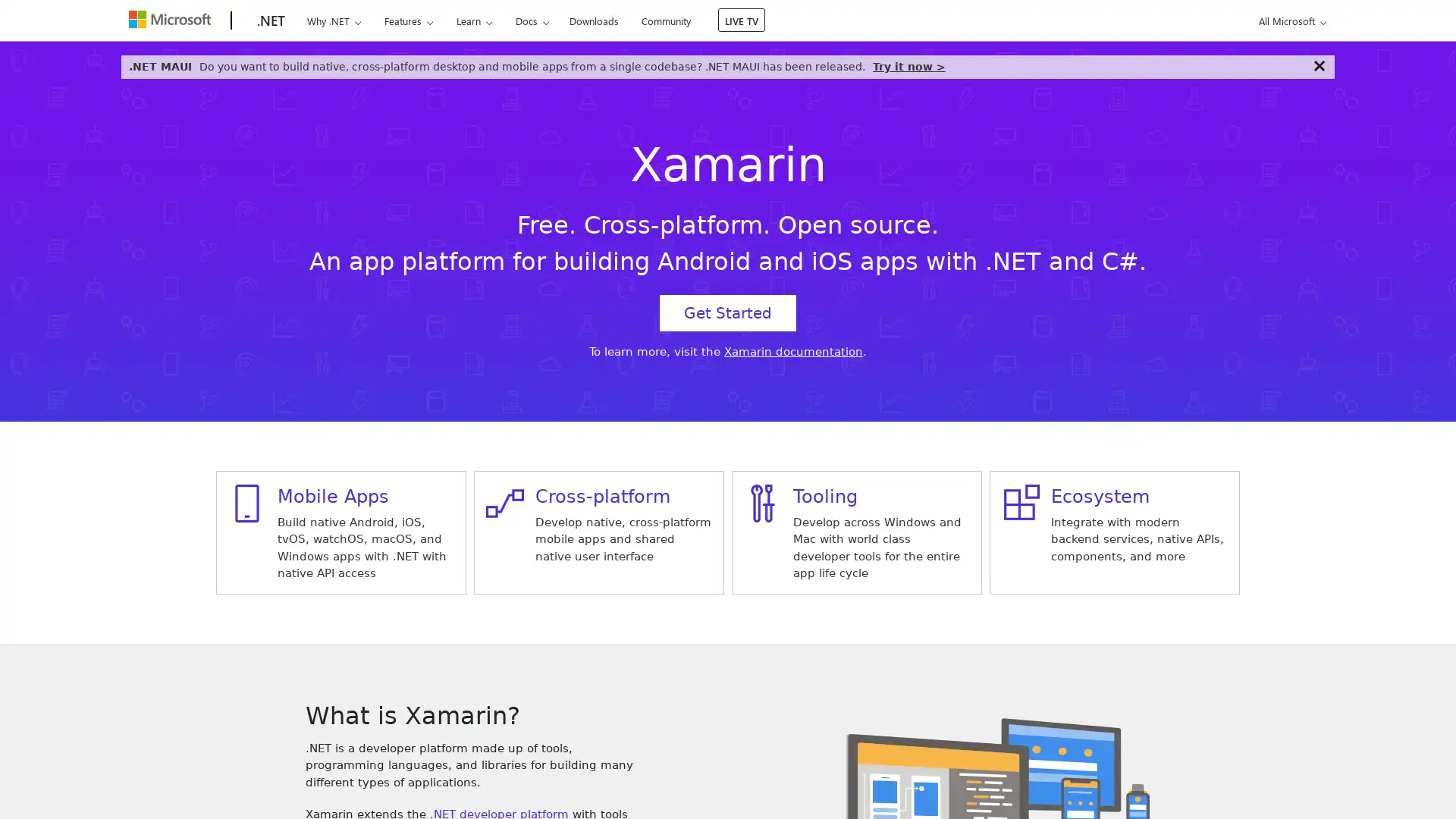 This screenshot has width=1456, height=819. What do you see at coordinates (472, 20) in the screenshot?
I see `Learn` at bounding box center [472, 20].